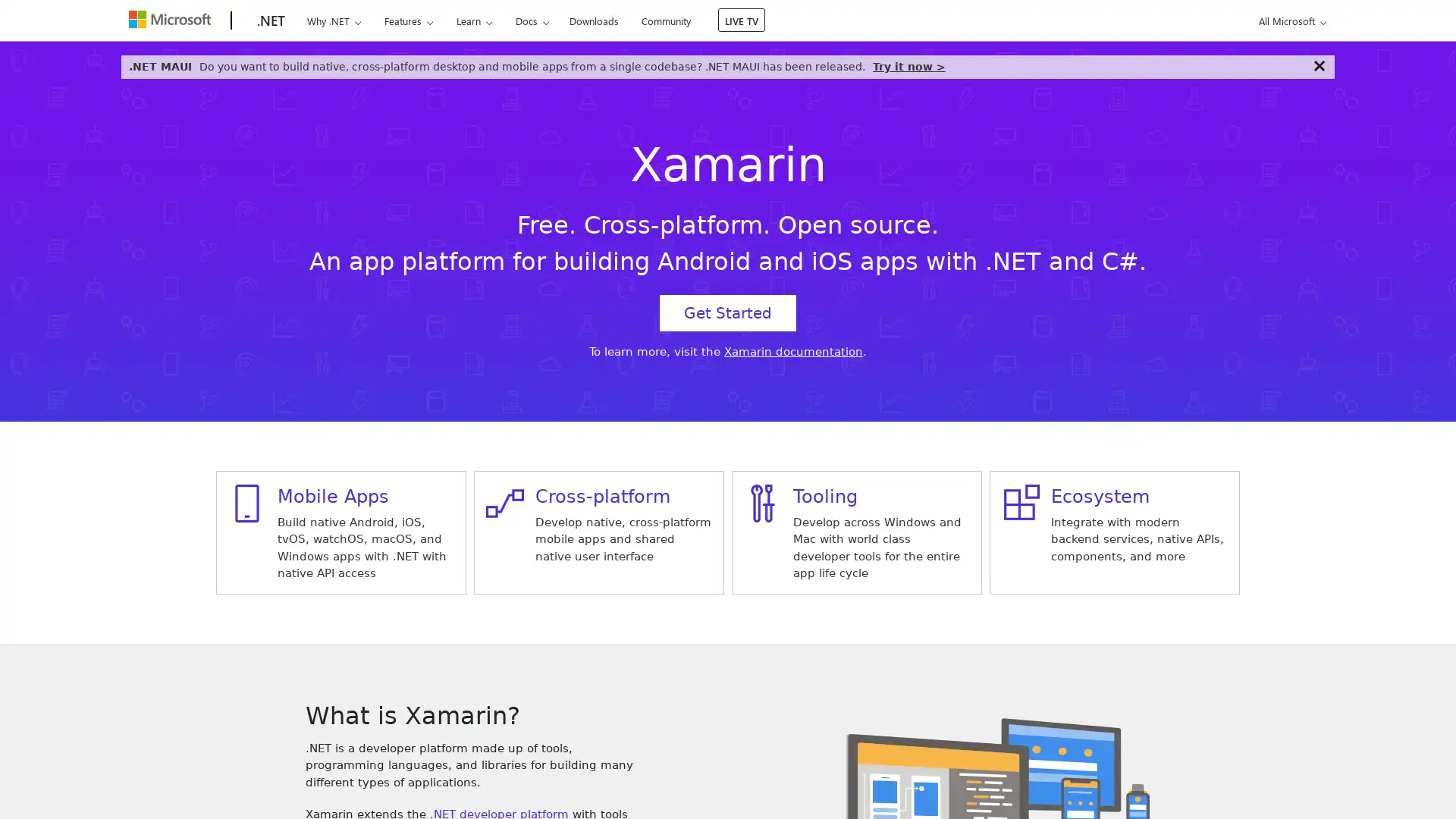 This screenshot has width=1456, height=819. What do you see at coordinates (472, 20) in the screenshot?
I see `Learn` at bounding box center [472, 20].